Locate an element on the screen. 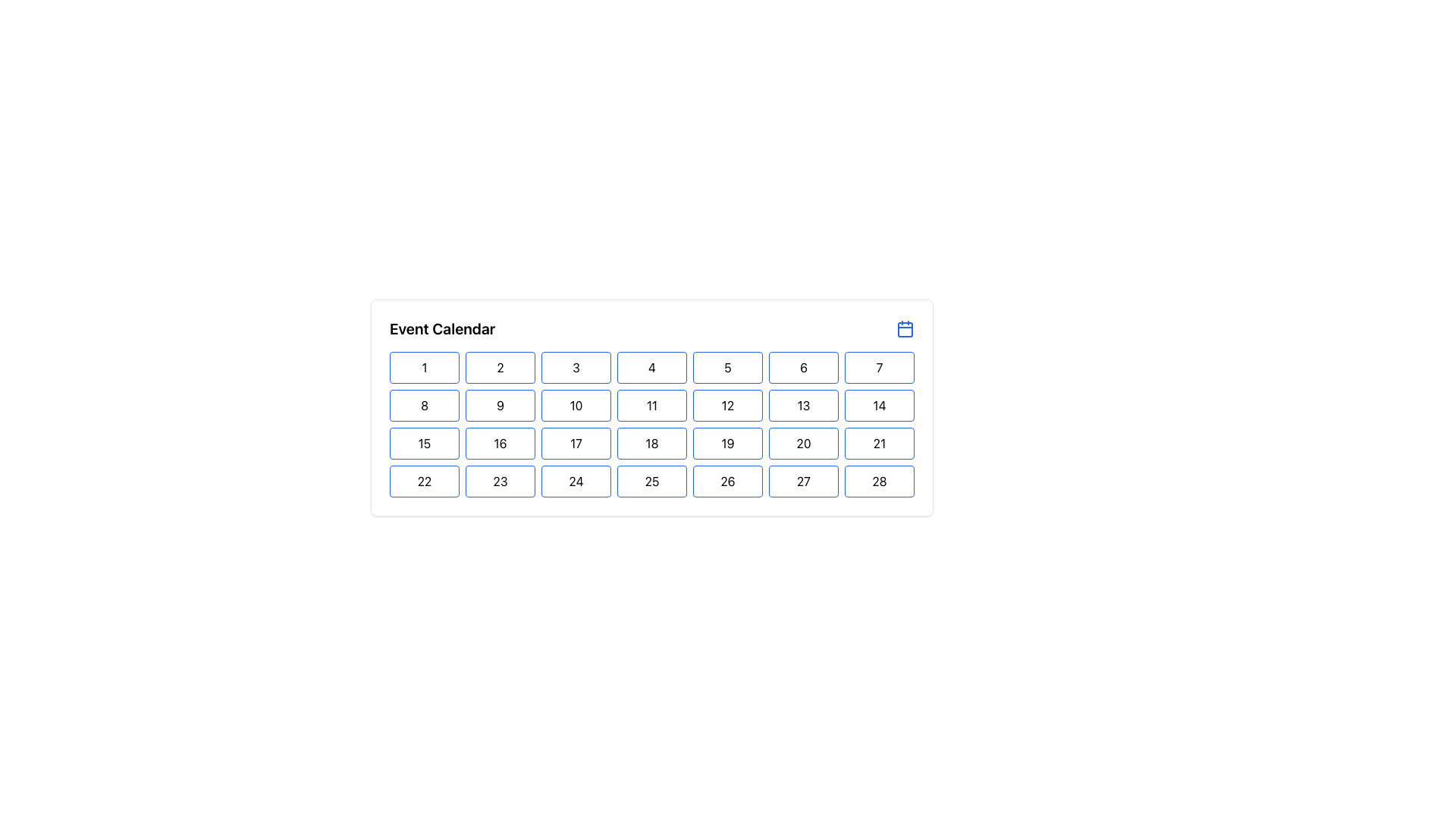  the decorative graphical component represented as a rounded rectangle within the SVG calendar icon, located at the top-right corner of the outlined event calendar interface is located at coordinates (905, 329).